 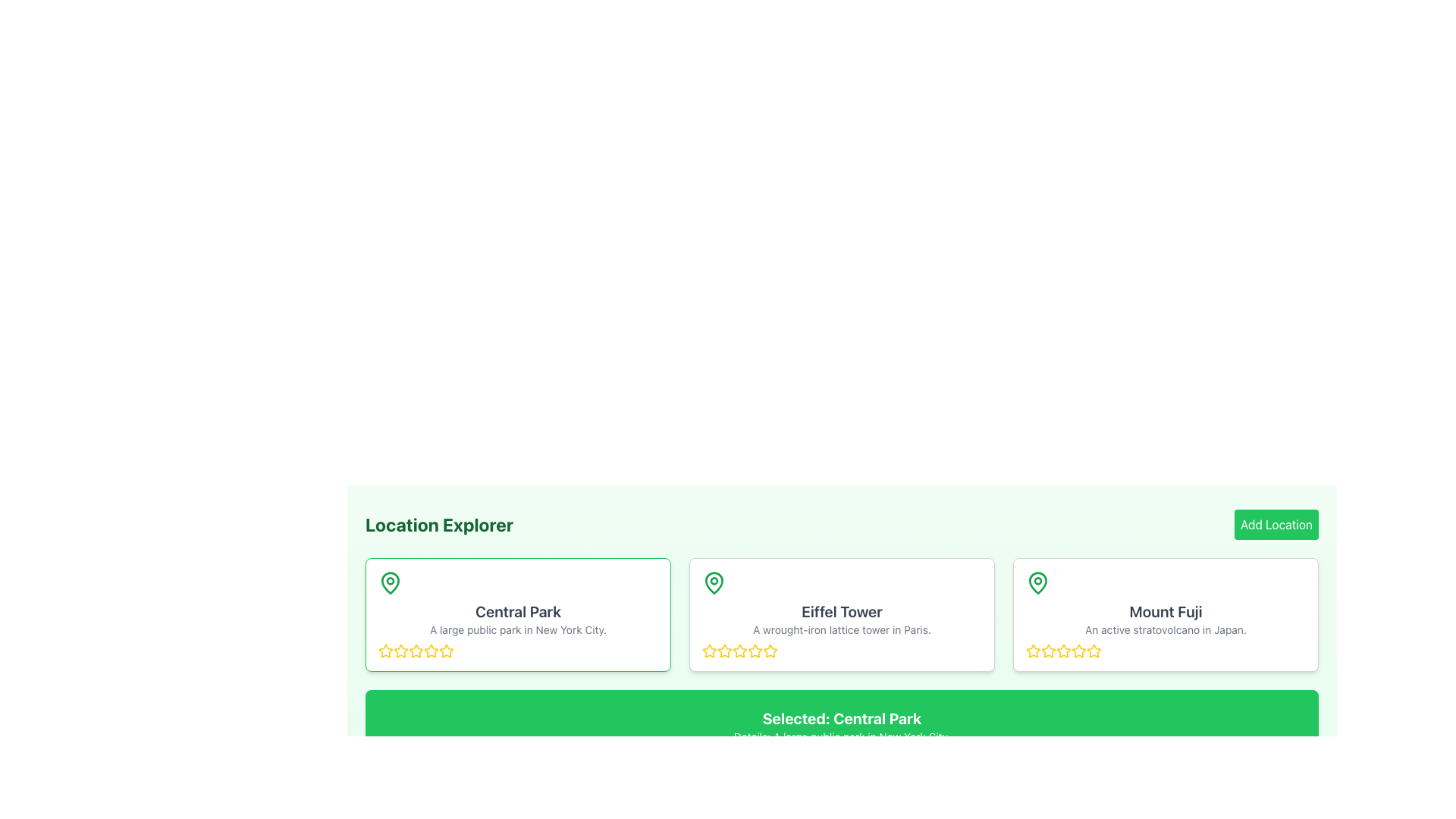 What do you see at coordinates (770, 650) in the screenshot?
I see `the fourth star icon in the rating system for the 'Eiffel Tower' card, which is unfilled and has a yellow outline and white interior` at bounding box center [770, 650].